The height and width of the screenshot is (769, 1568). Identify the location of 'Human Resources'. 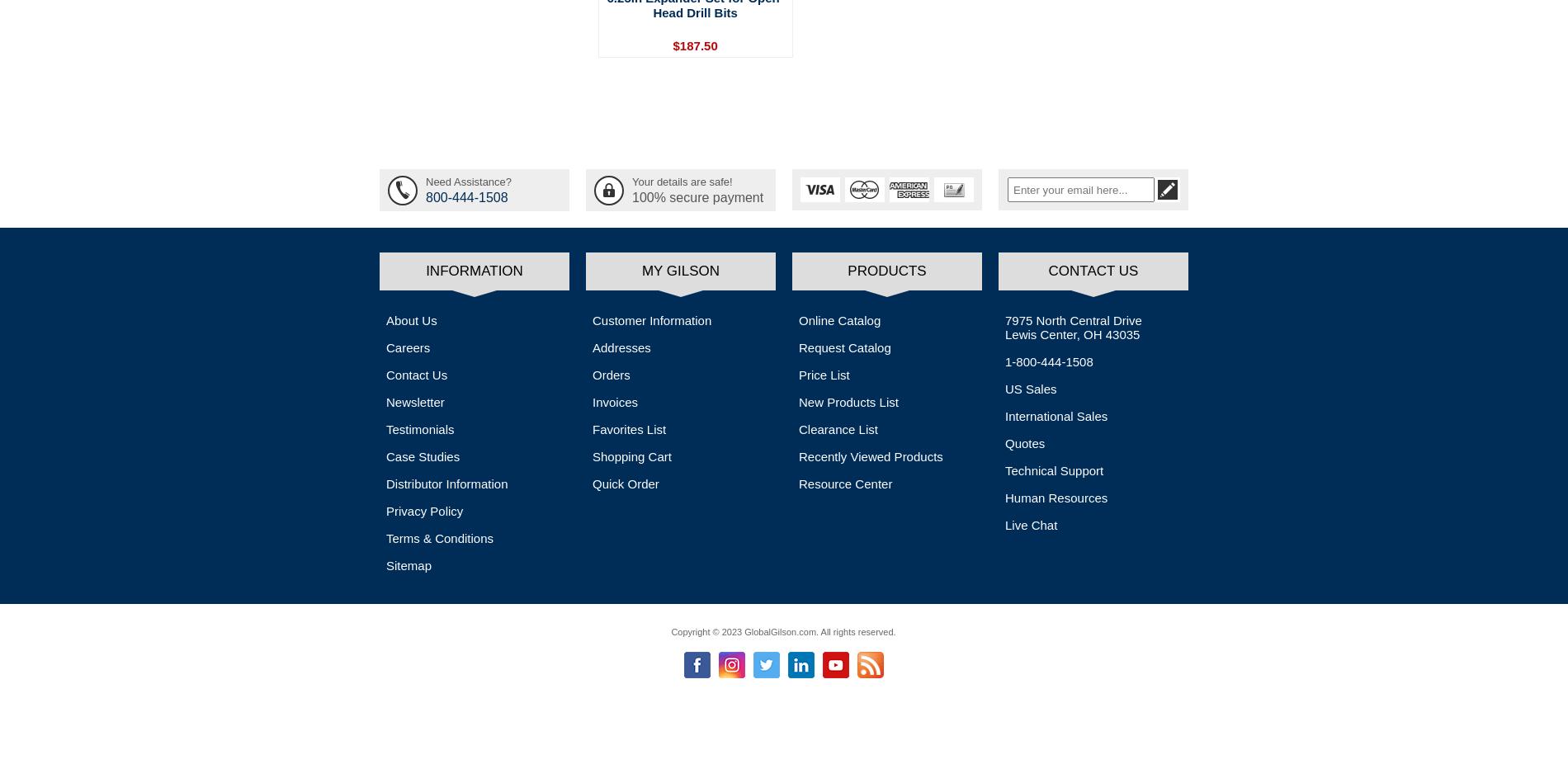
(1056, 496).